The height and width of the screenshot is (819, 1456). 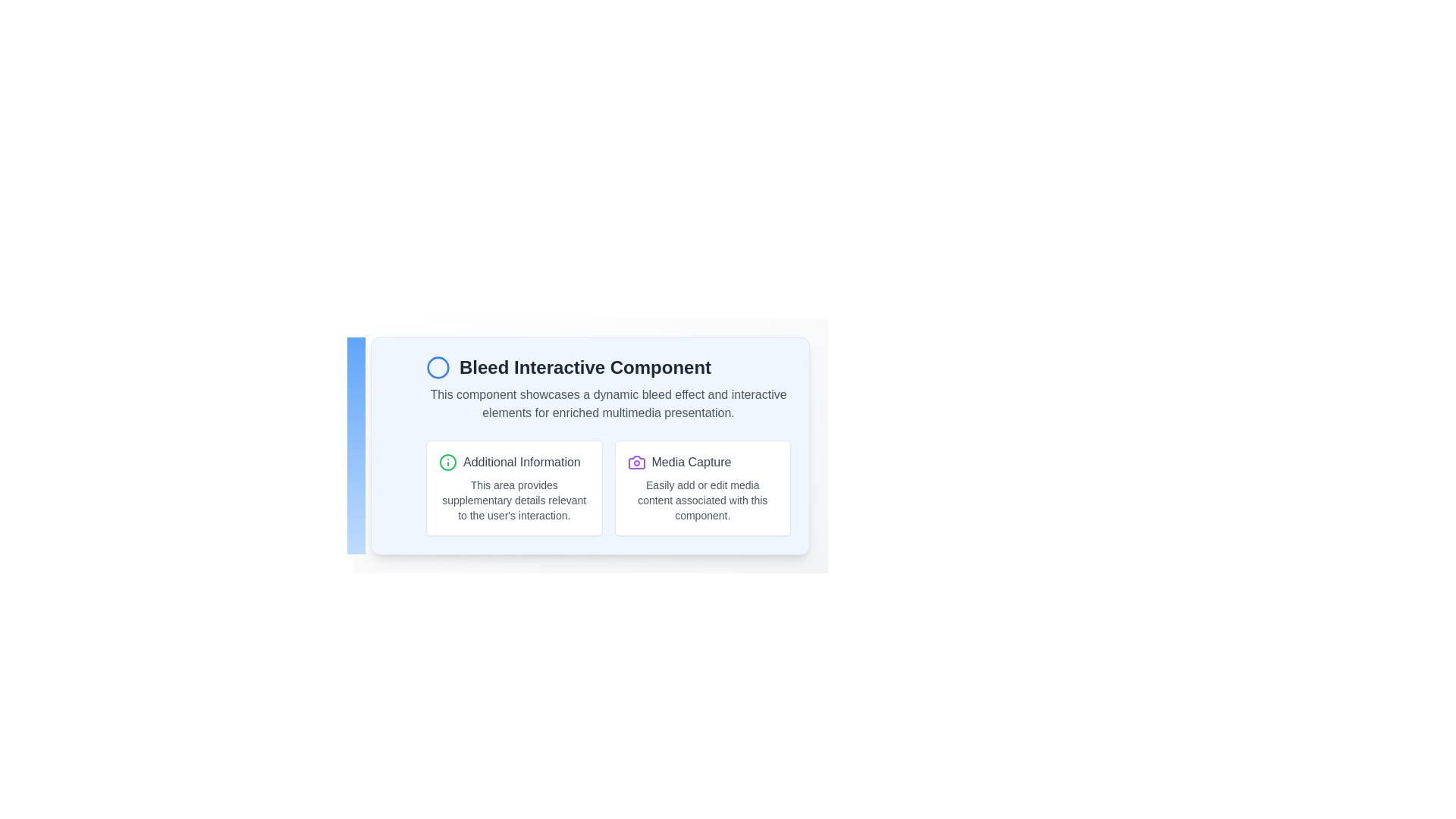 I want to click on the text label reading 'Additional Information' styled in gray, positioned next to a green information icon within the card section below the 'Bleed Interactive Component' header, so click(x=522, y=461).